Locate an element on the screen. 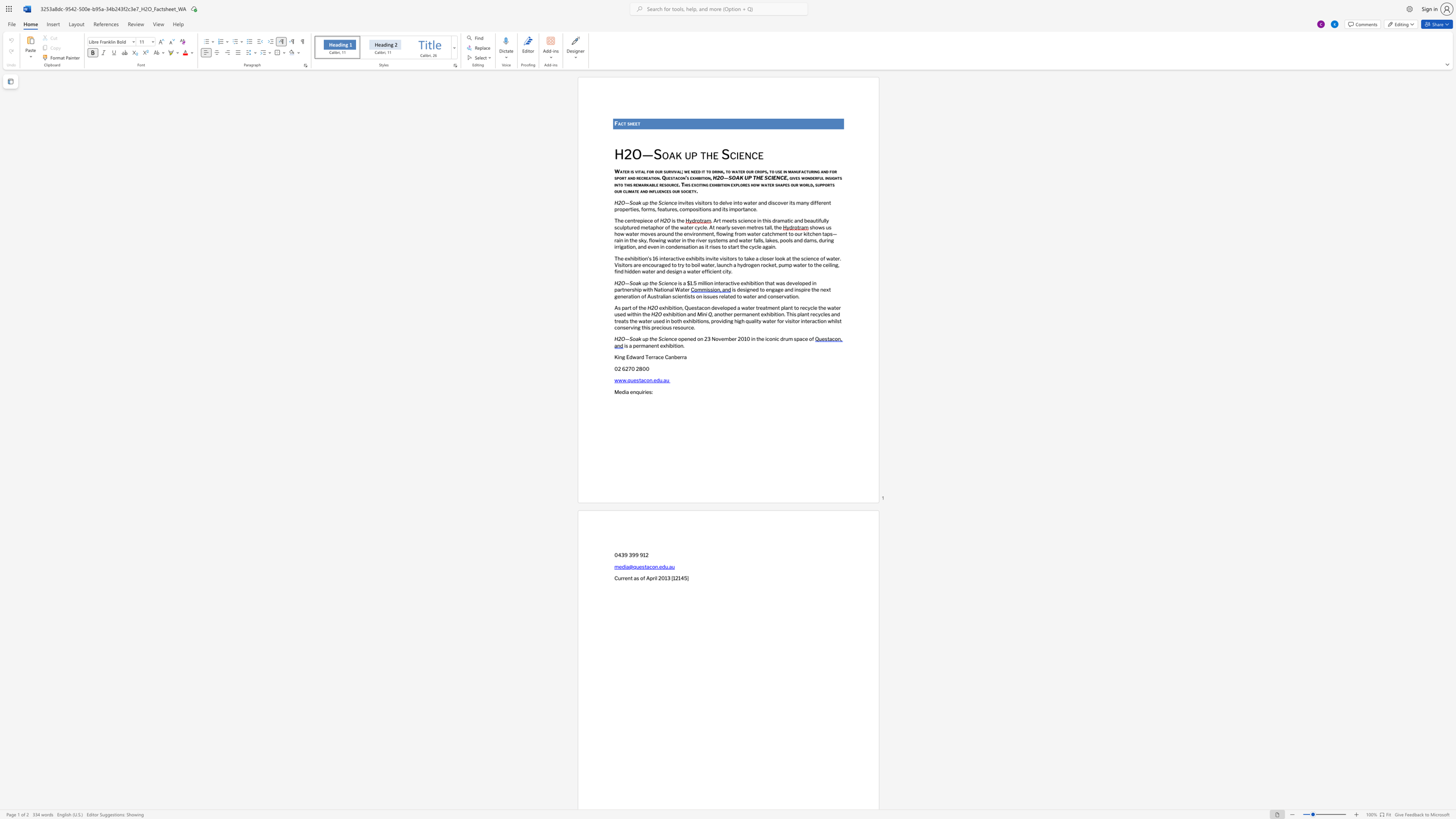  the subset text "he Sci" within the text "H2O—Soak up the Science" is located at coordinates (651, 283).